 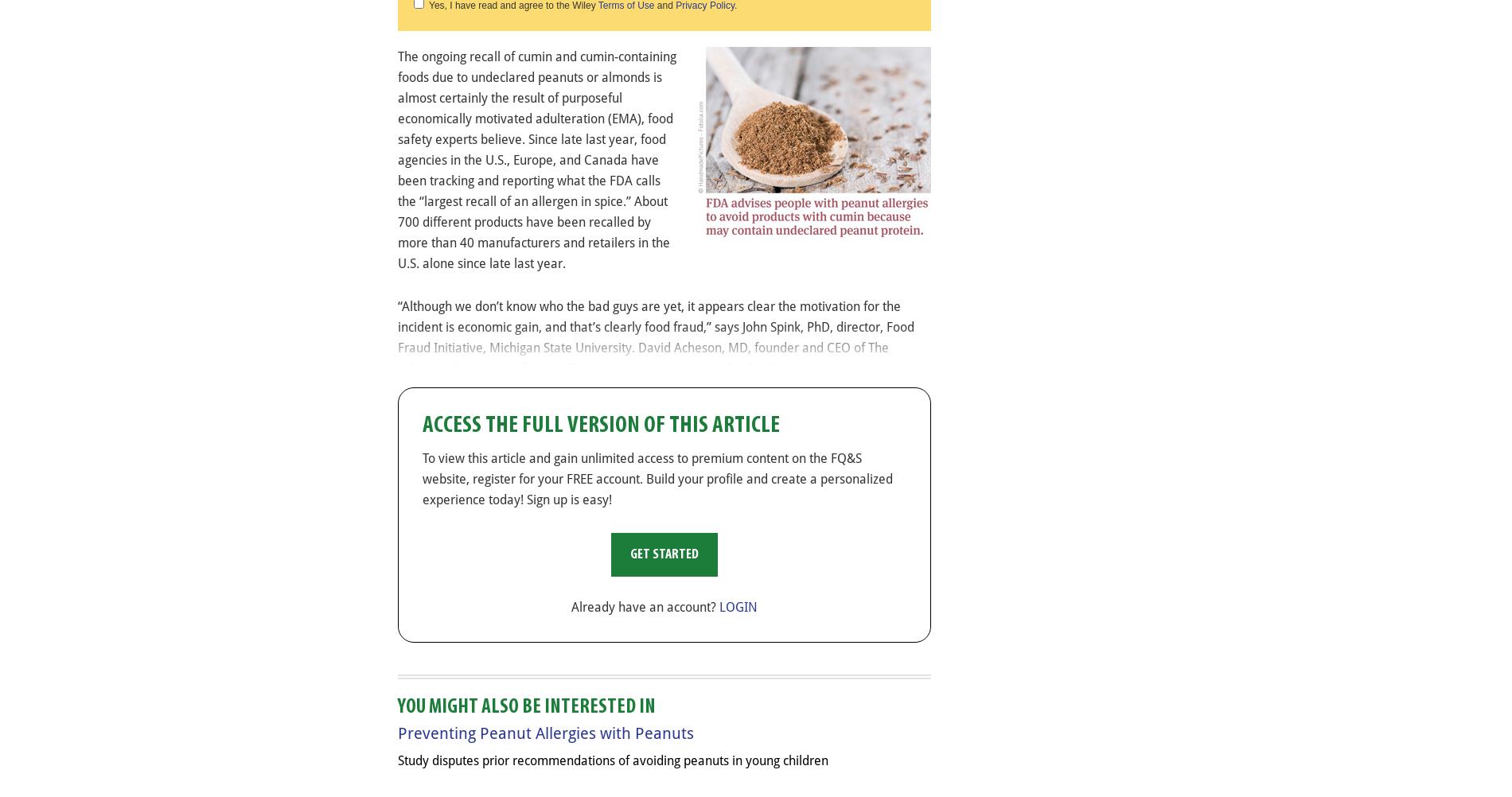 I want to click on 'LOGIN', so click(x=737, y=606).